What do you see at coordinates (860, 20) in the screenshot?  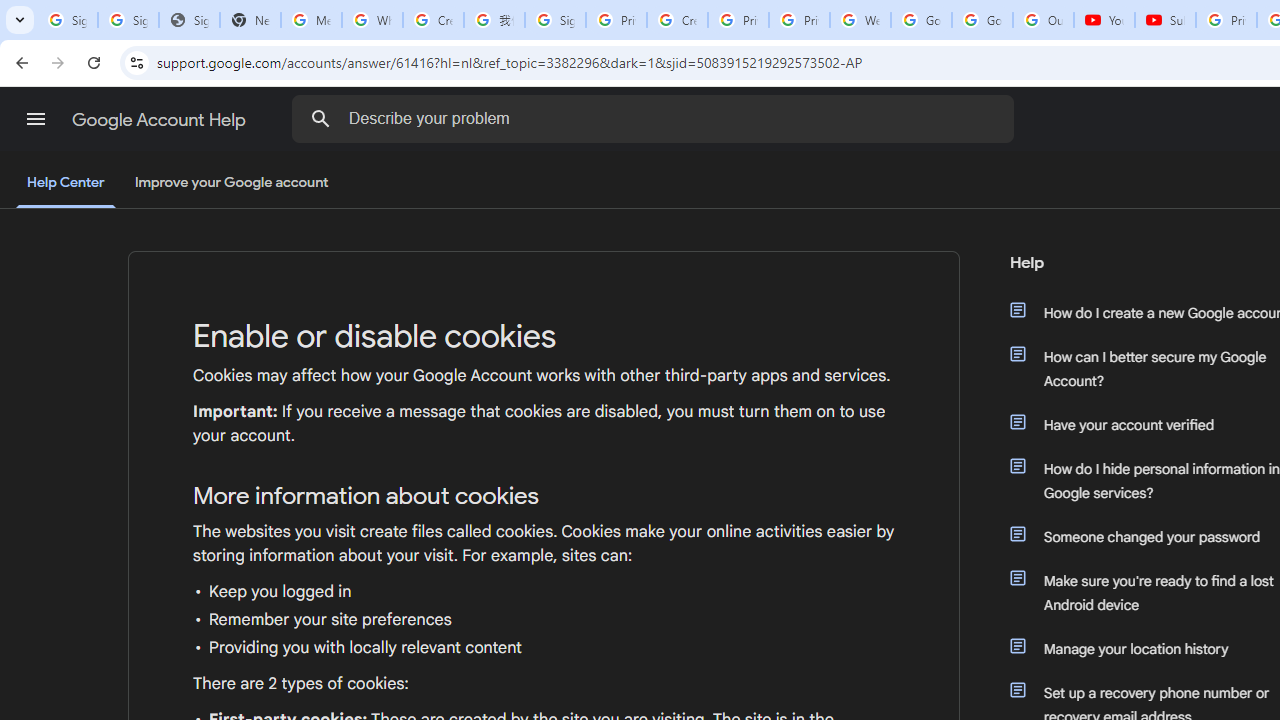 I see `'Welcome to My Activity'` at bounding box center [860, 20].